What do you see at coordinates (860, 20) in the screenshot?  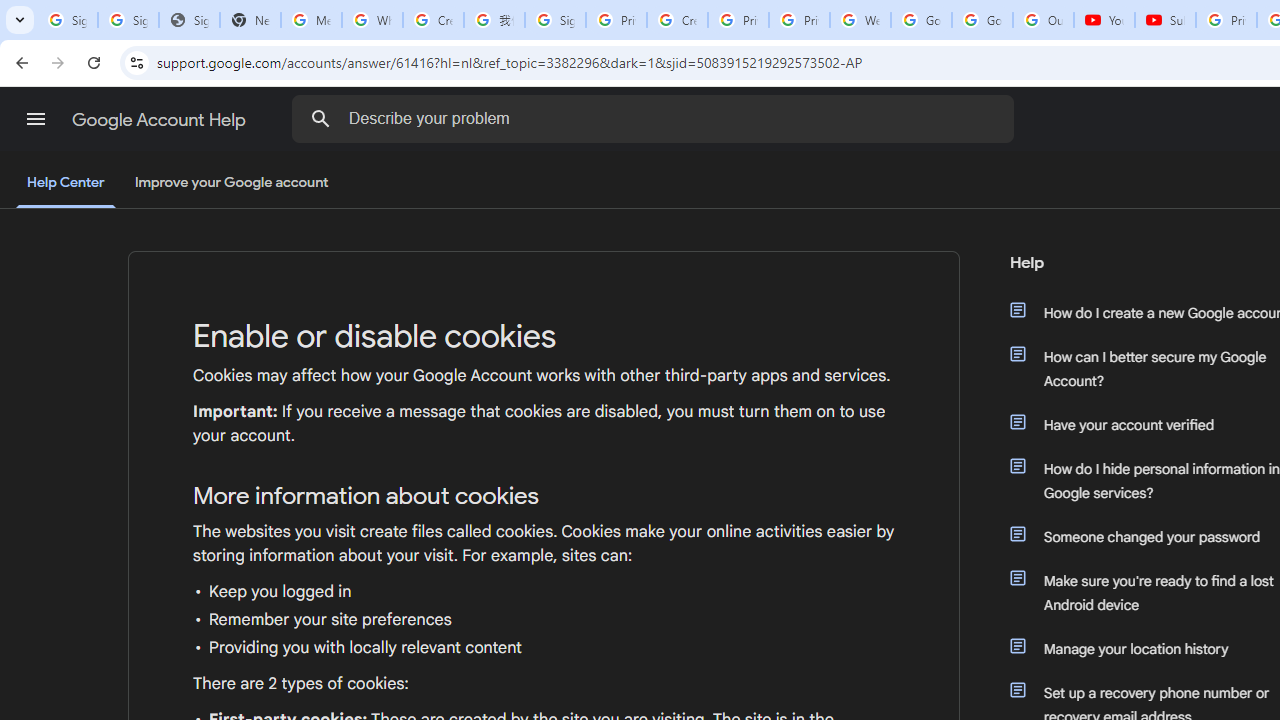 I see `'Welcome to My Activity'` at bounding box center [860, 20].